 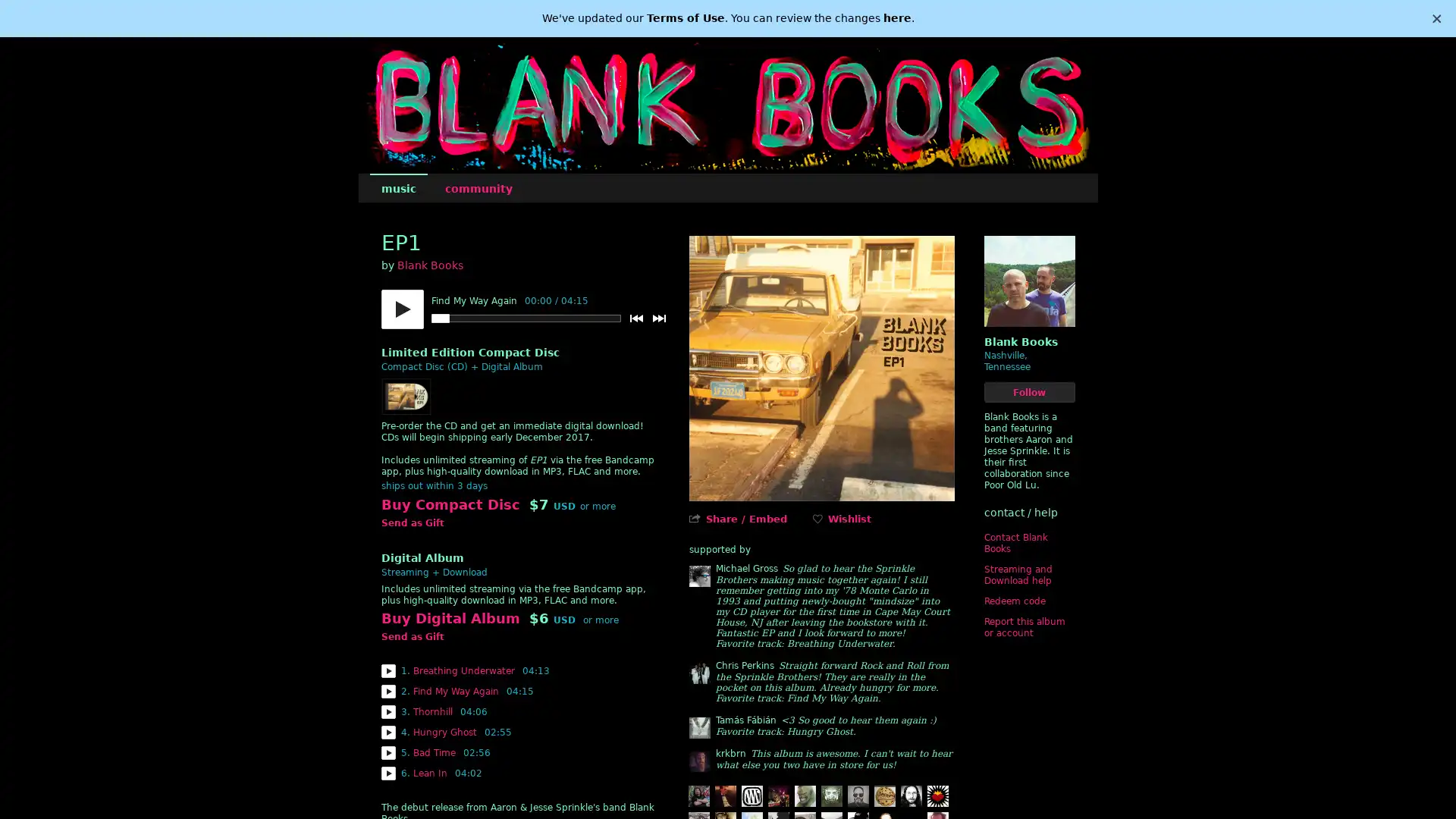 What do you see at coordinates (388, 711) in the screenshot?
I see `Play Thornhill` at bounding box center [388, 711].